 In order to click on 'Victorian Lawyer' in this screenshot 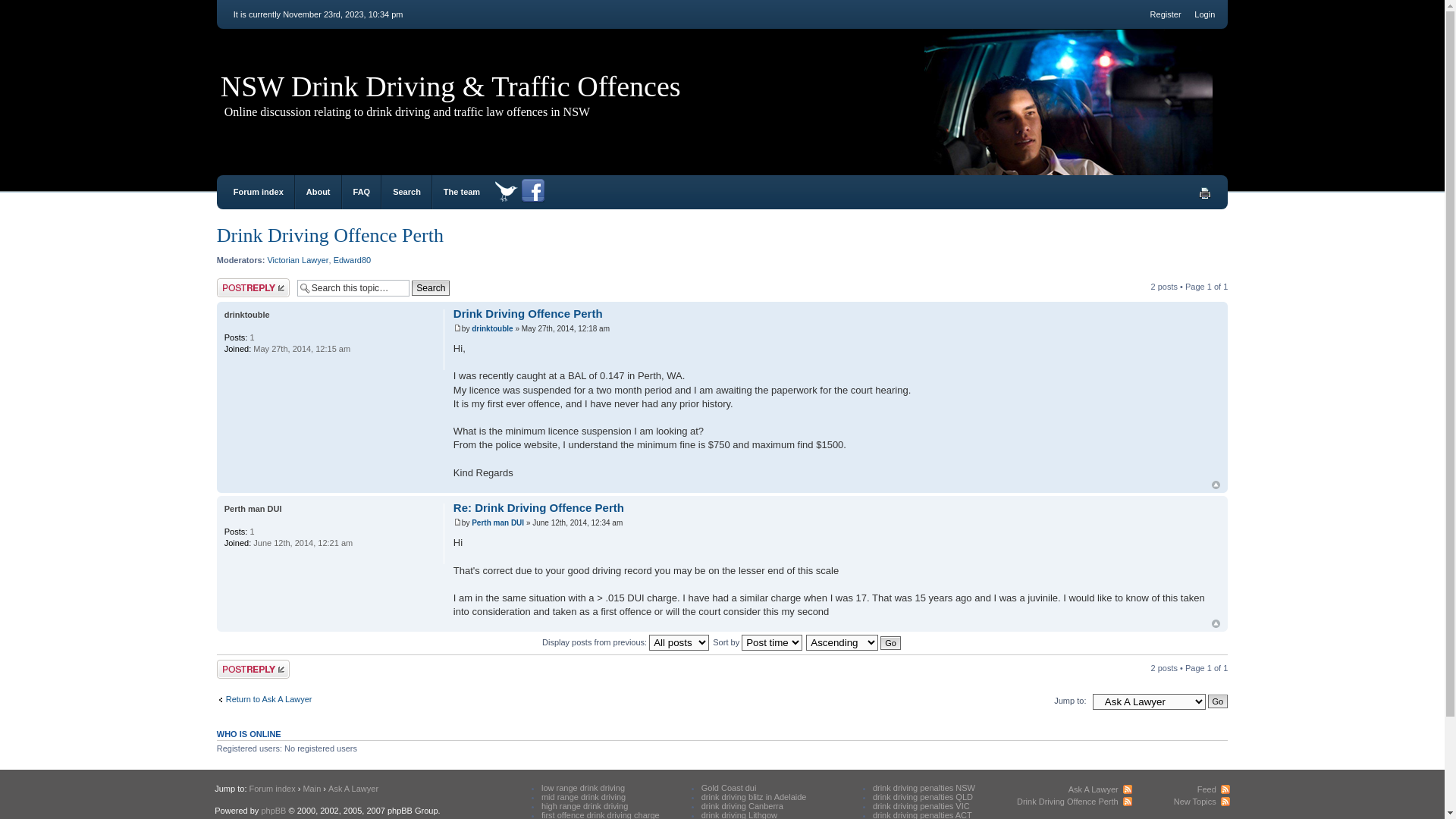, I will do `click(266, 259)`.